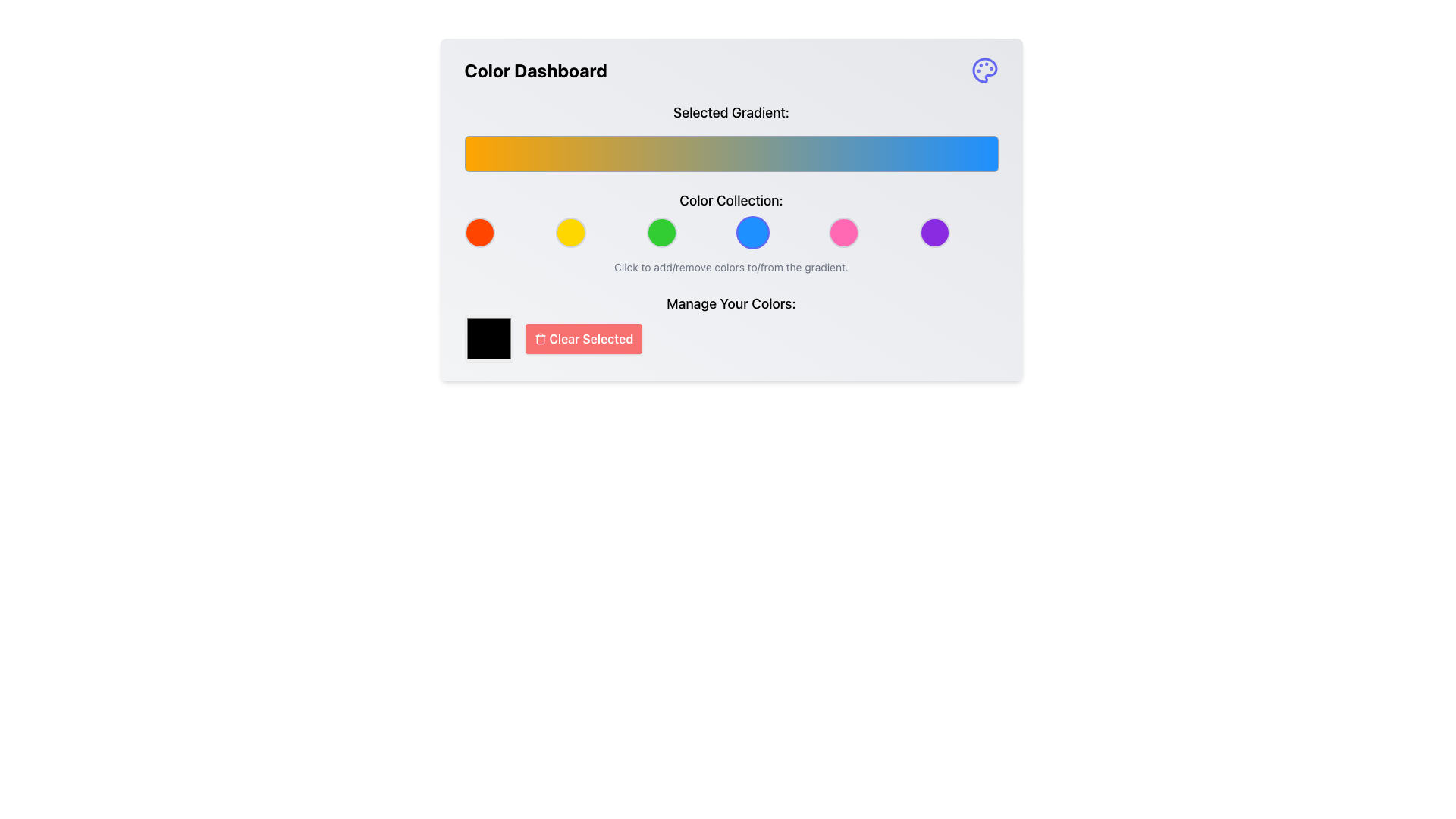  What do you see at coordinates (535, 70) in the screenshot?
I see `header text element labeled 'Color Dashboard' located at the top-left region of the interface` at bounding box center [535, 70].